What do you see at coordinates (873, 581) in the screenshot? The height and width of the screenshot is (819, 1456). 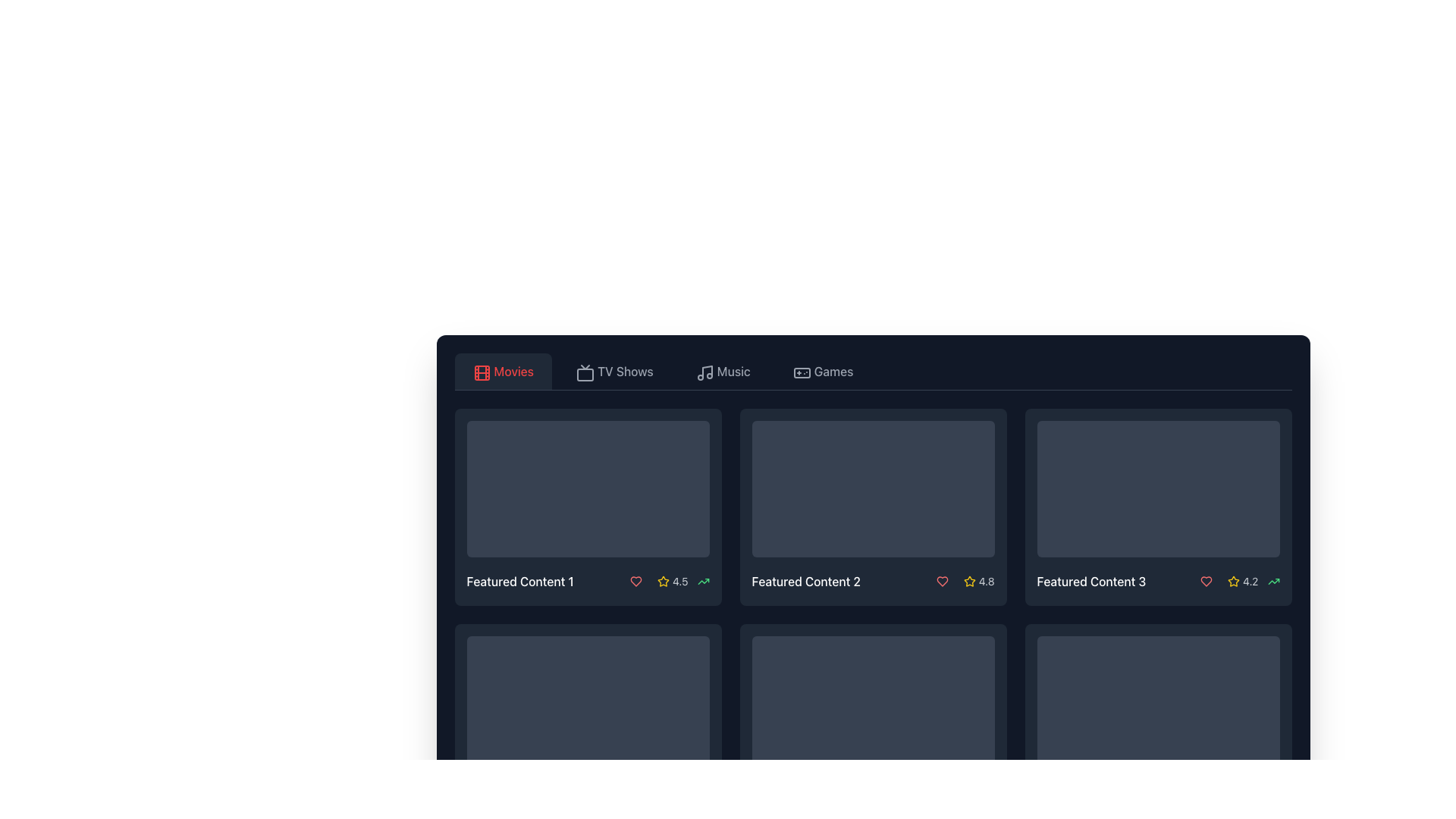 I see `the informational bar displaying 'Featured Content 2' along with icons and the value '4.8'` at bounding box center [873, 581].